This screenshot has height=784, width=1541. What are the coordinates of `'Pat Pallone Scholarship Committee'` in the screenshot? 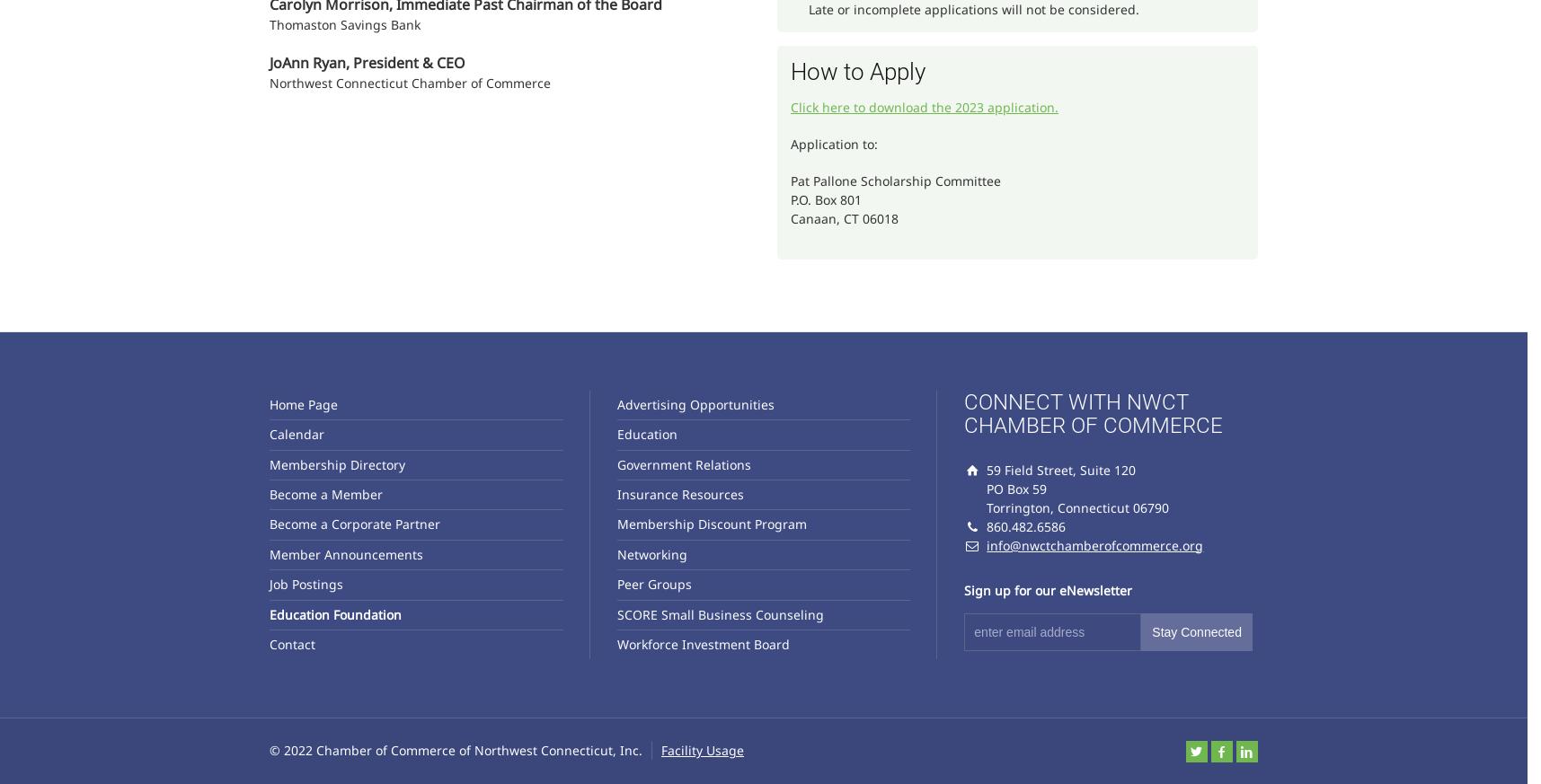 It's located at (894, 179).